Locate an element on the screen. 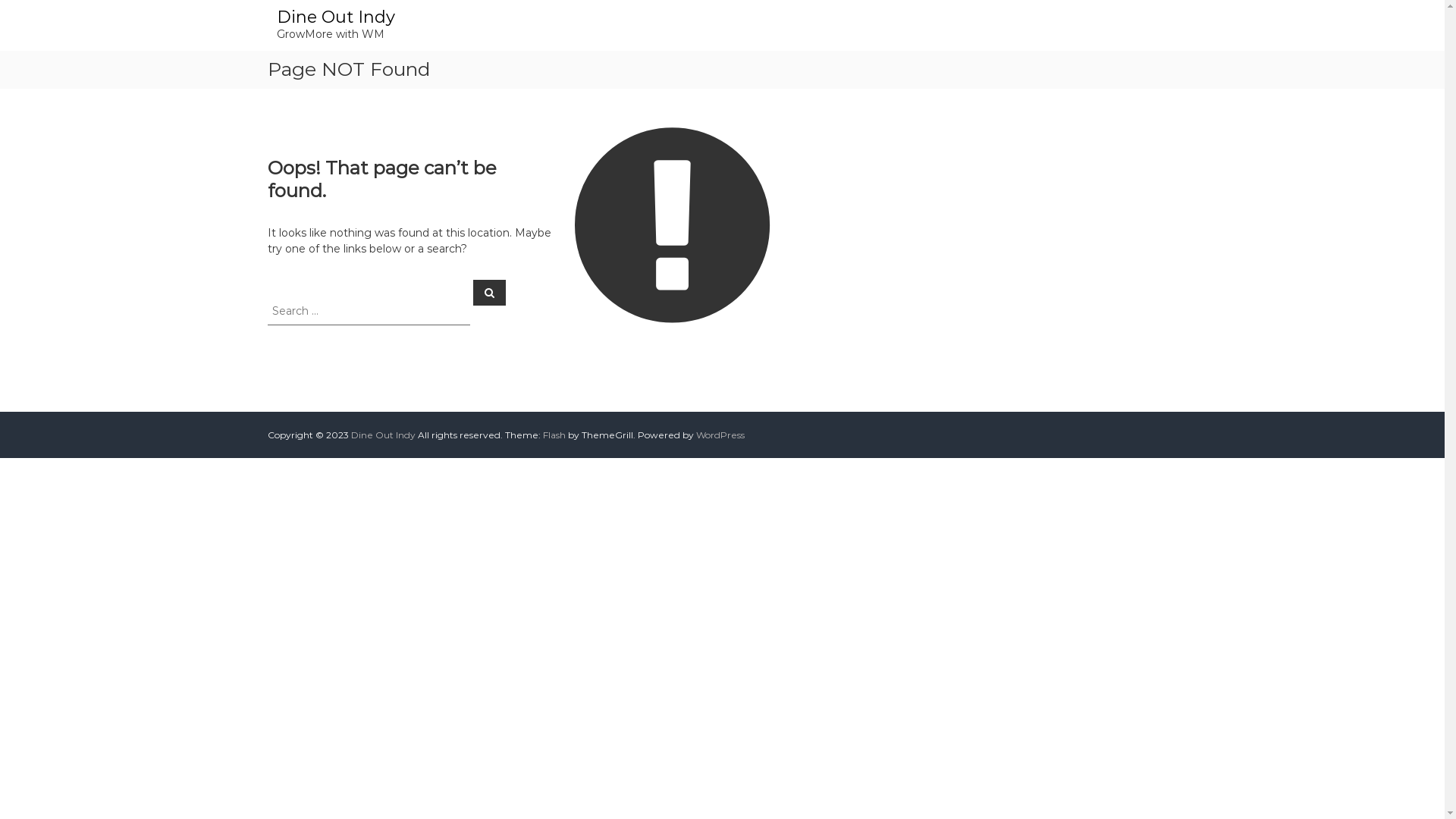 The image size is (1456, 819). 'Flash' is located at coordinates (553, 435).